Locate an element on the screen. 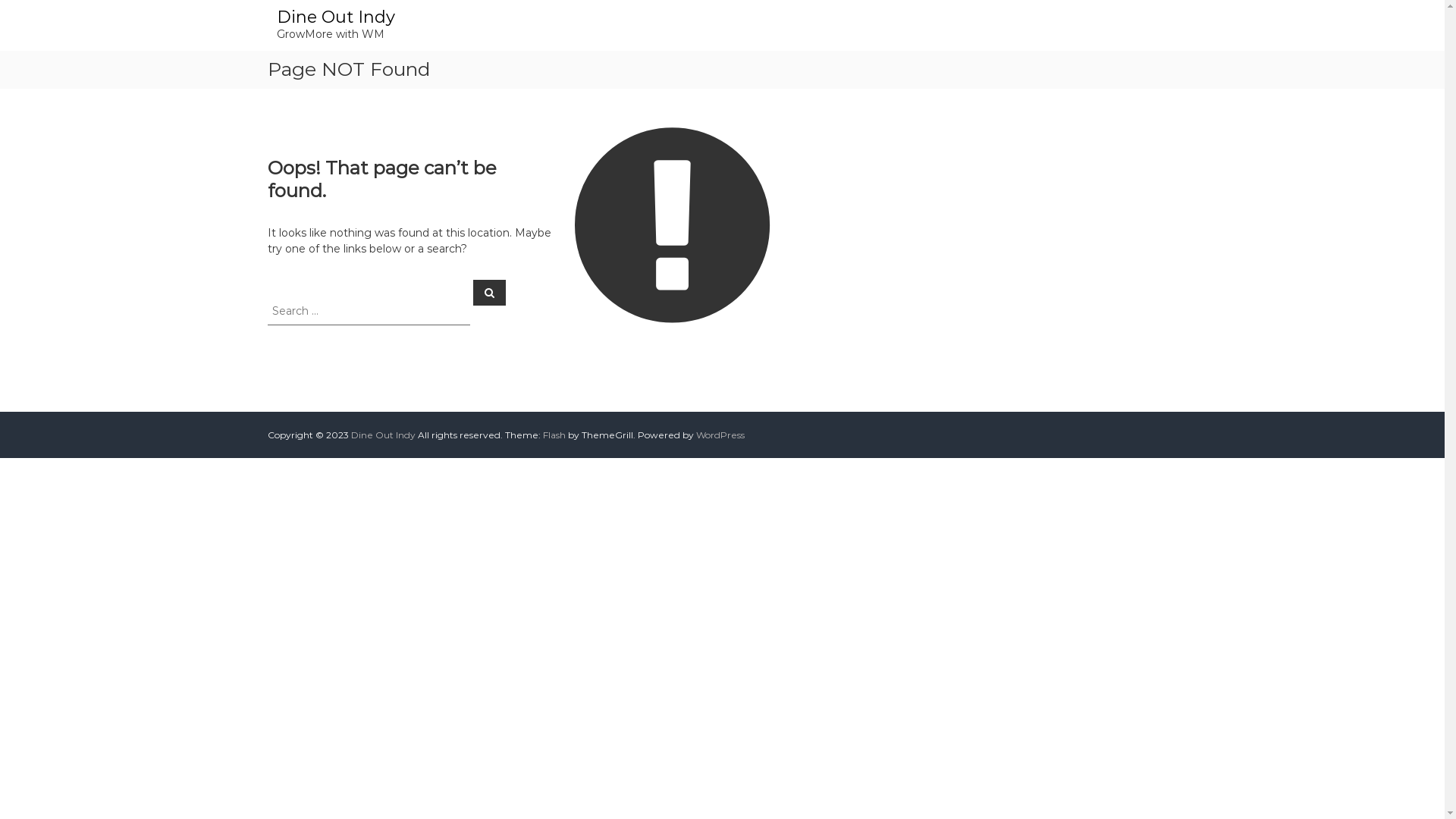 The image size is (1456, 819). 'Flash' is located at coordinates (553, 435).